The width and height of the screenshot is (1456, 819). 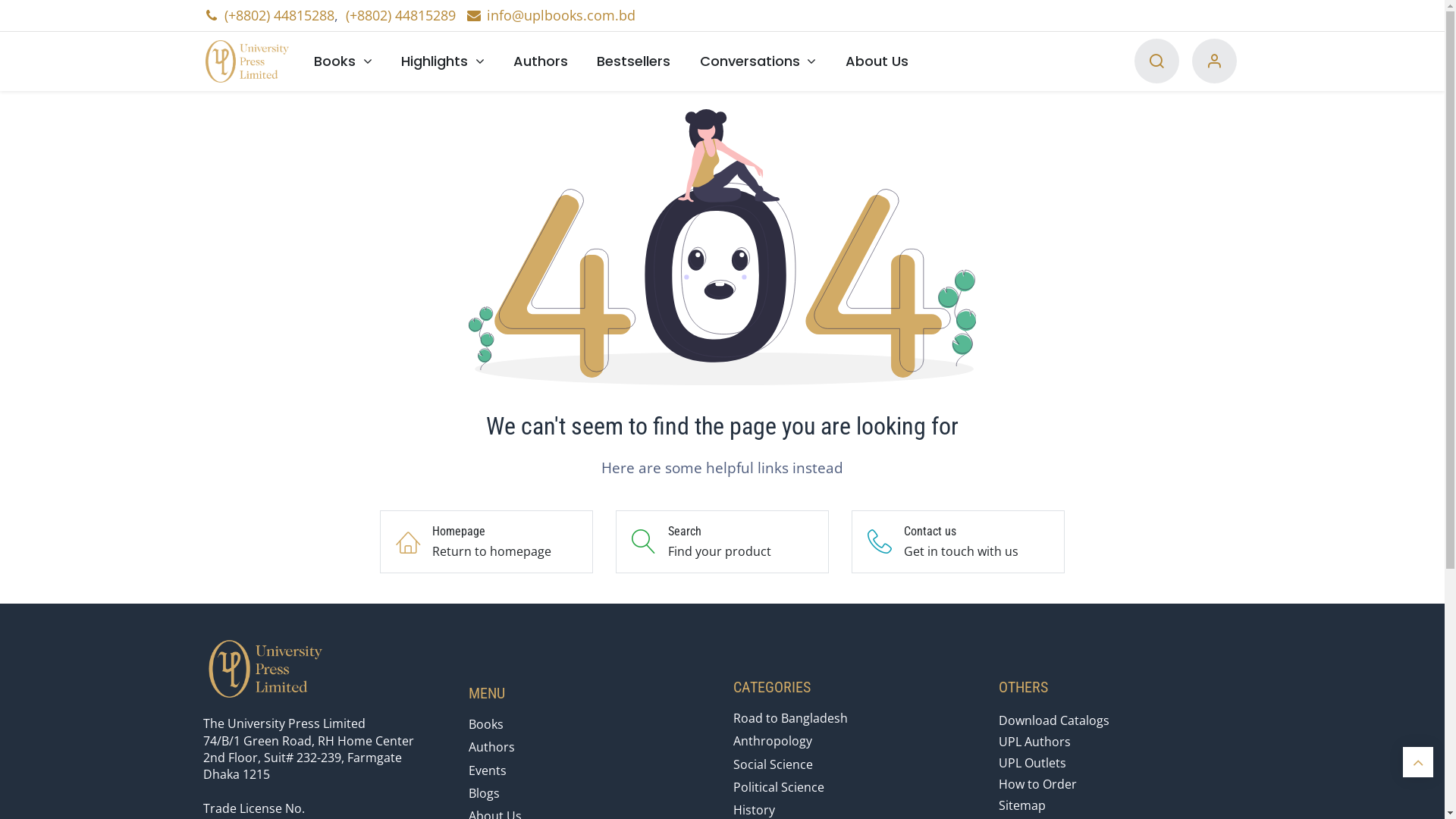 What do you see at coordinates (582, 60) in the screenshot?
I see `'Bestsellers'` at bounding box center [582, 60].